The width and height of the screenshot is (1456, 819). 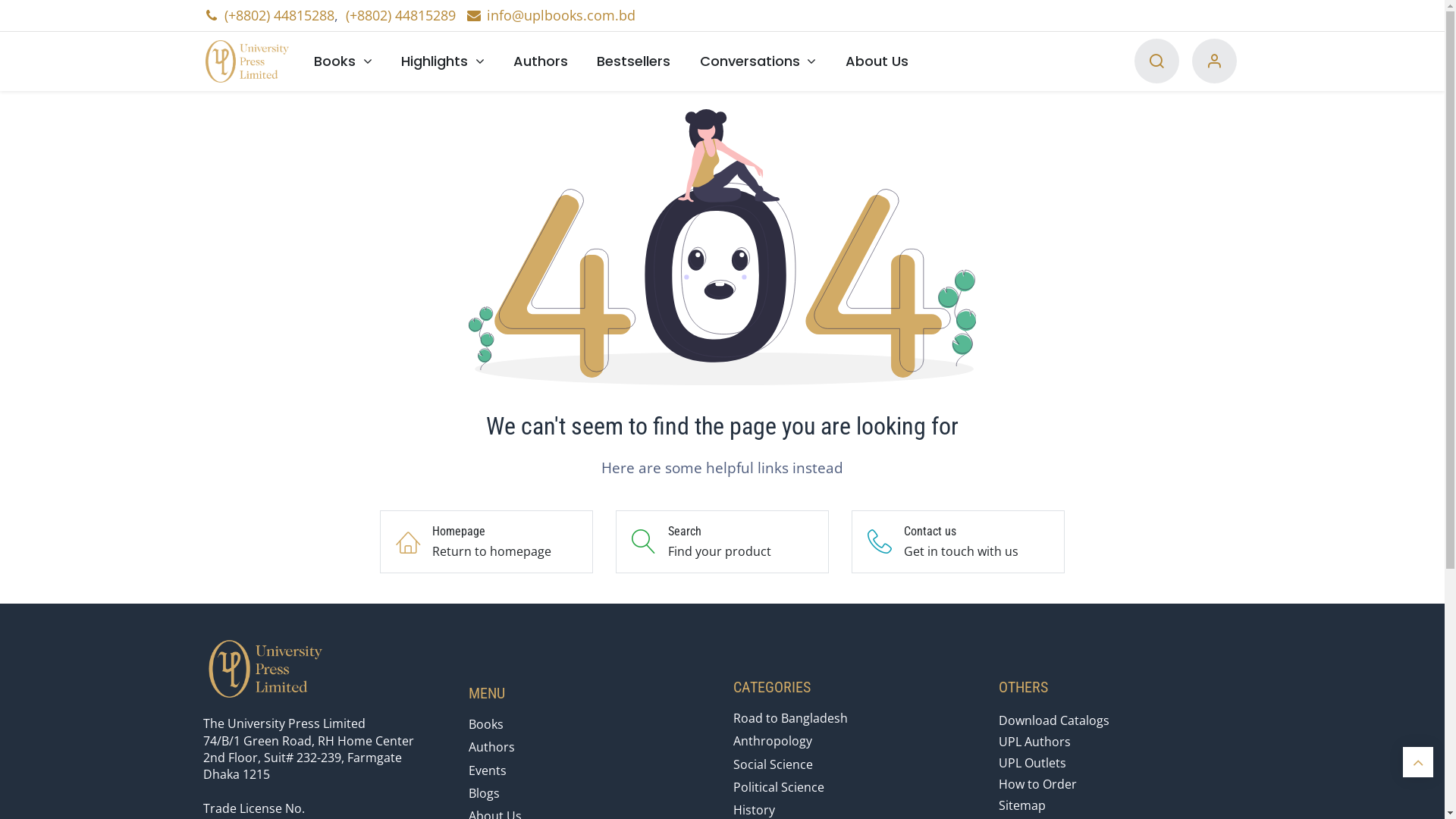 What do you see at coordinates (582, 60) in the screenshot?
I see `'Bestsellers'` at bounding box center [582, 60].